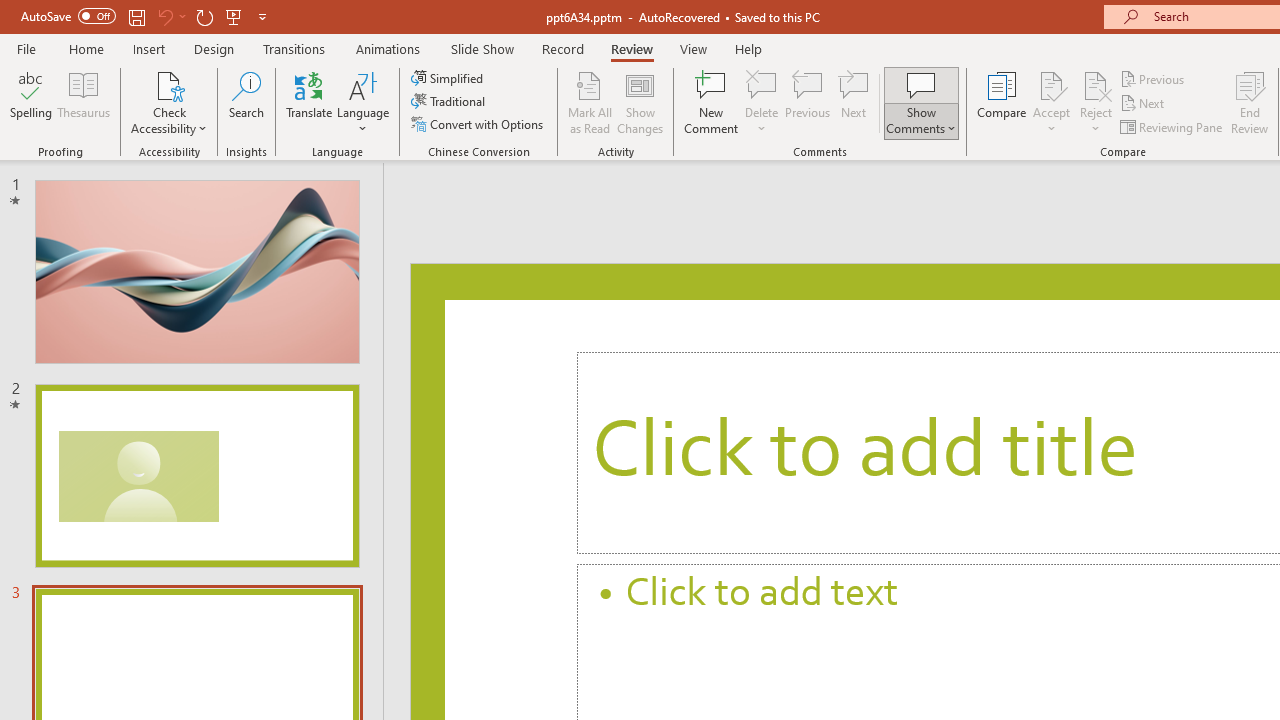 Image resolution: width=1280 pixels, height=720 pixels. What do you see at coordinates (640, 103) in the screenshot?
I see `'Show Changes'` at bounding box center [640, 103].